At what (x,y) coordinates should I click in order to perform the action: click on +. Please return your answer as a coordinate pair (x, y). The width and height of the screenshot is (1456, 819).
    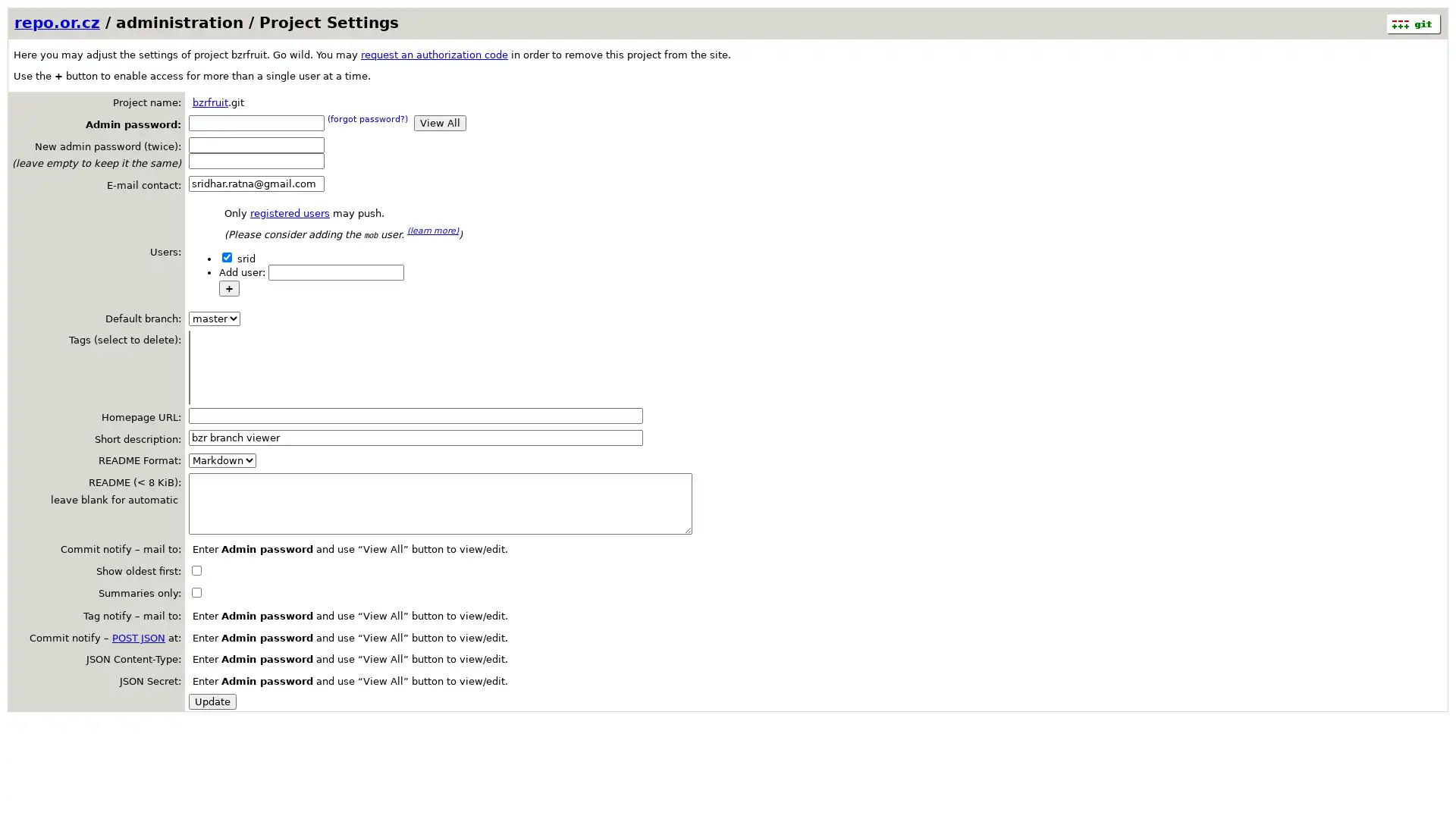
    Looking at the image, I should click on (228, 287).